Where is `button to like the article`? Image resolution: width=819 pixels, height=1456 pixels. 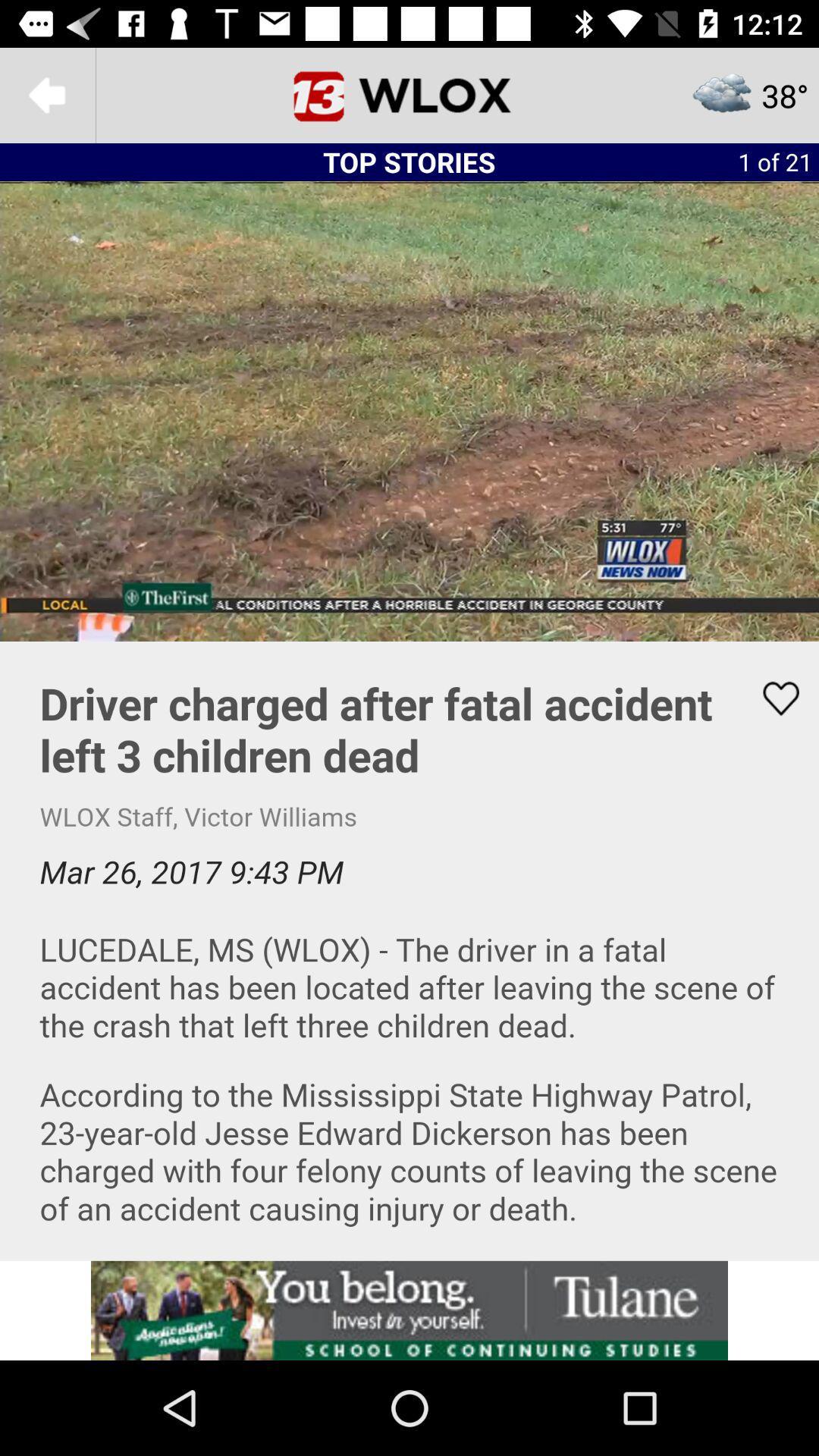 button to like the article is located at coordinates (771, 698).